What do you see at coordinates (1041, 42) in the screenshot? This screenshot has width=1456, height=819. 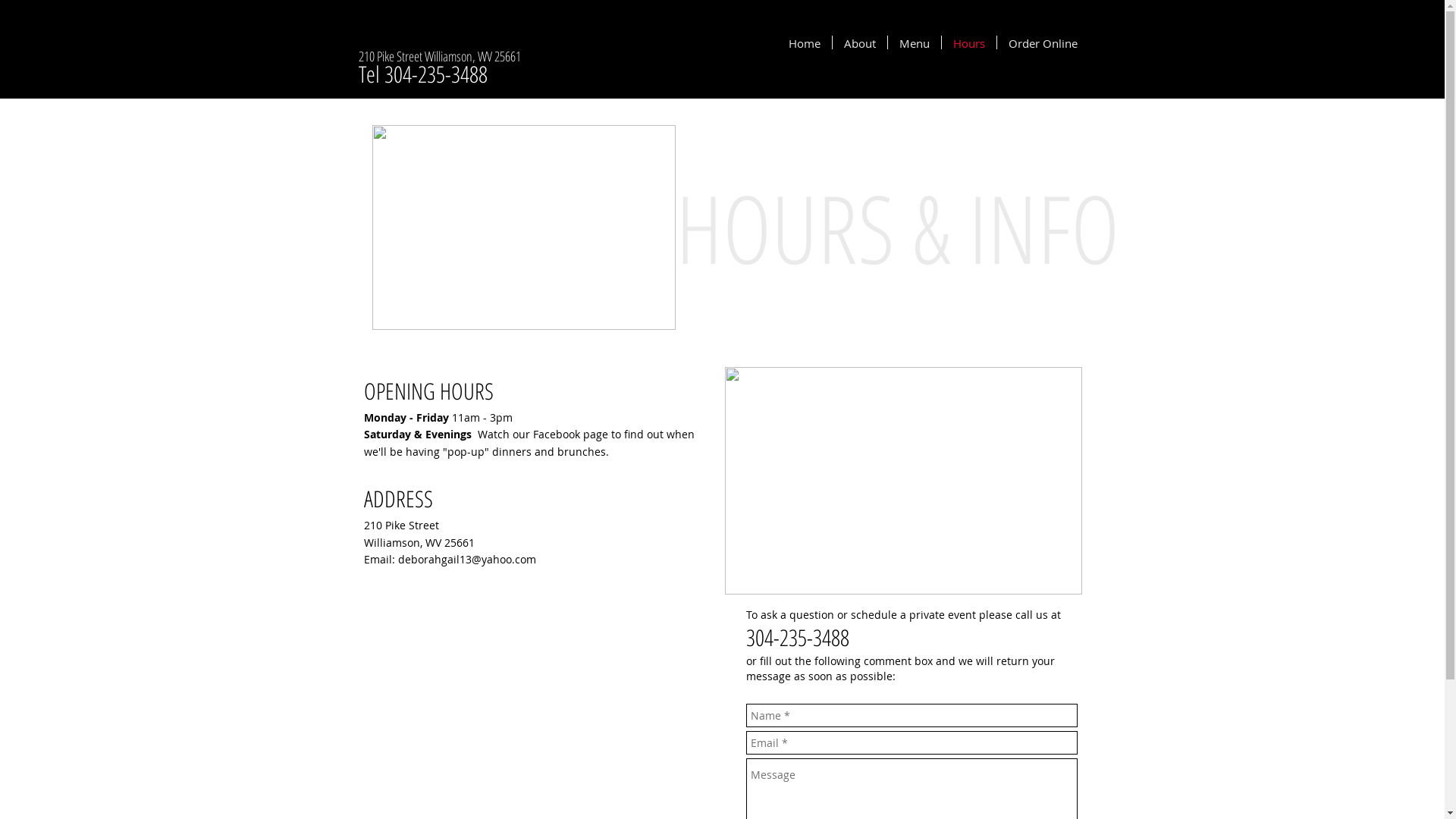 I see `'Order Online'` at bounding box center [1041, 42].